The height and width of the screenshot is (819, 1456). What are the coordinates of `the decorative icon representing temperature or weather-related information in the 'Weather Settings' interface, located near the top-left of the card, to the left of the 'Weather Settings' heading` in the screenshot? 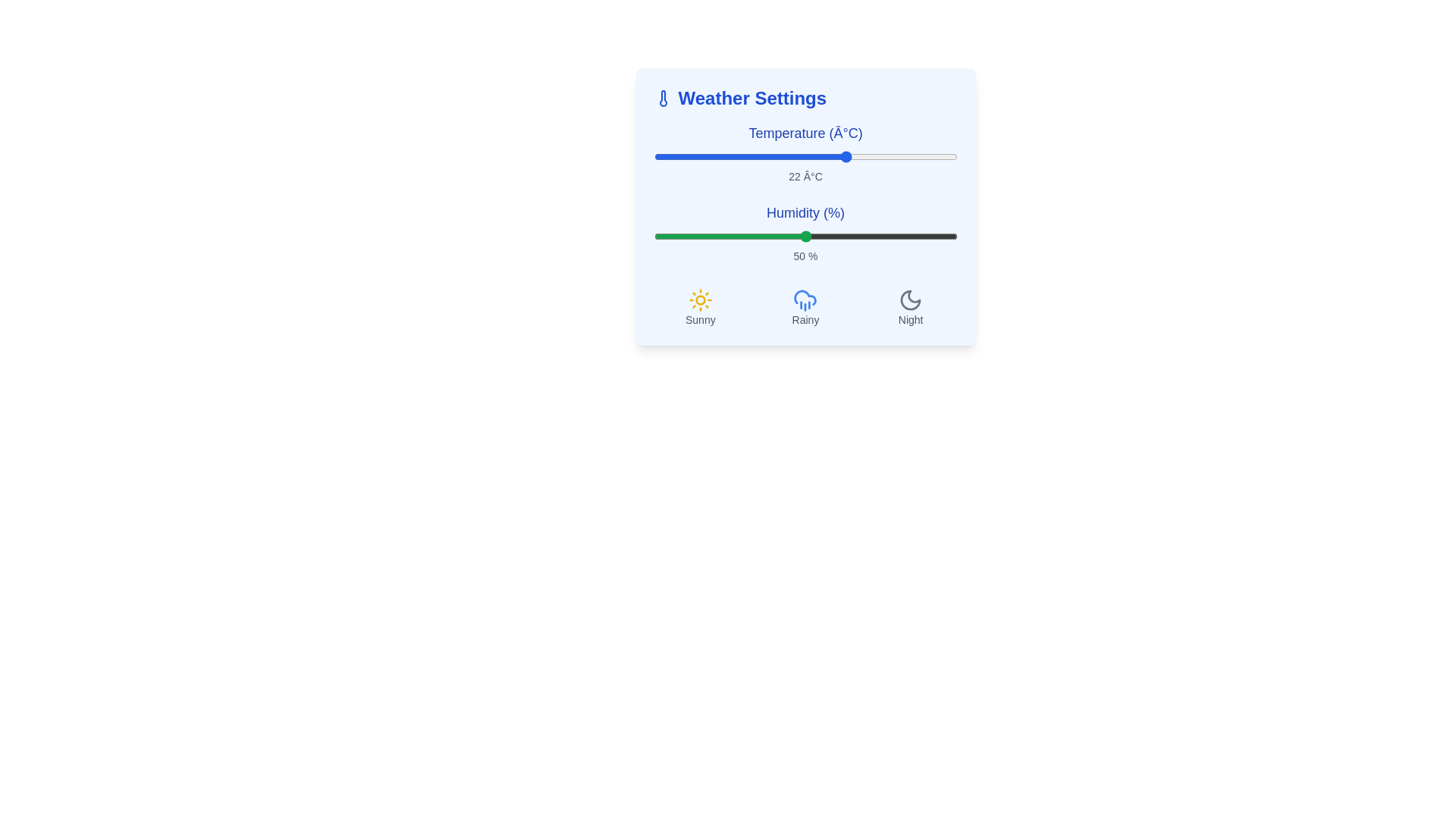 It's located at (663, 99).